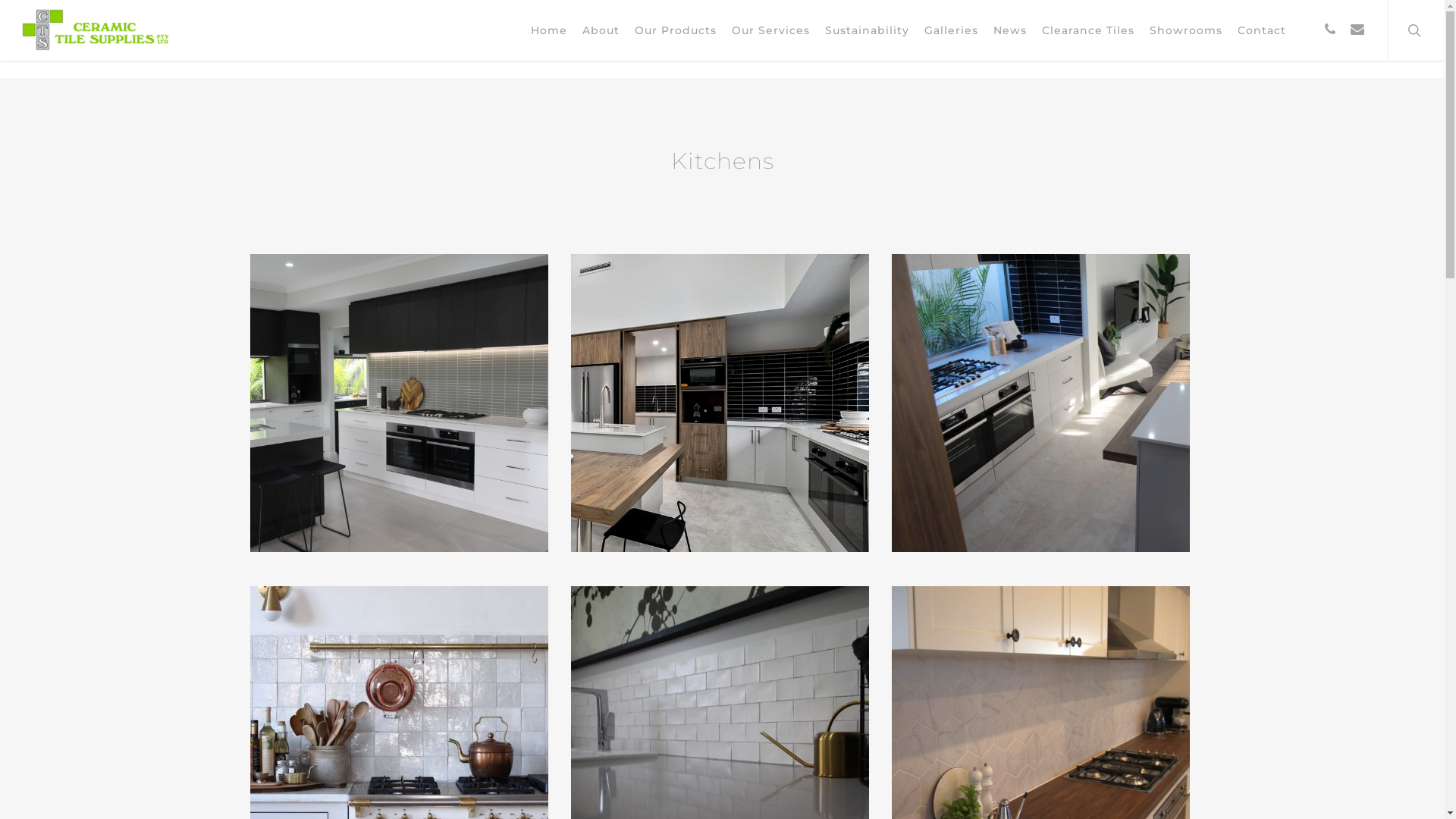  Describe the element at coordinates (770, 30) in the screenshot. I see `'Our Services'` at that location.